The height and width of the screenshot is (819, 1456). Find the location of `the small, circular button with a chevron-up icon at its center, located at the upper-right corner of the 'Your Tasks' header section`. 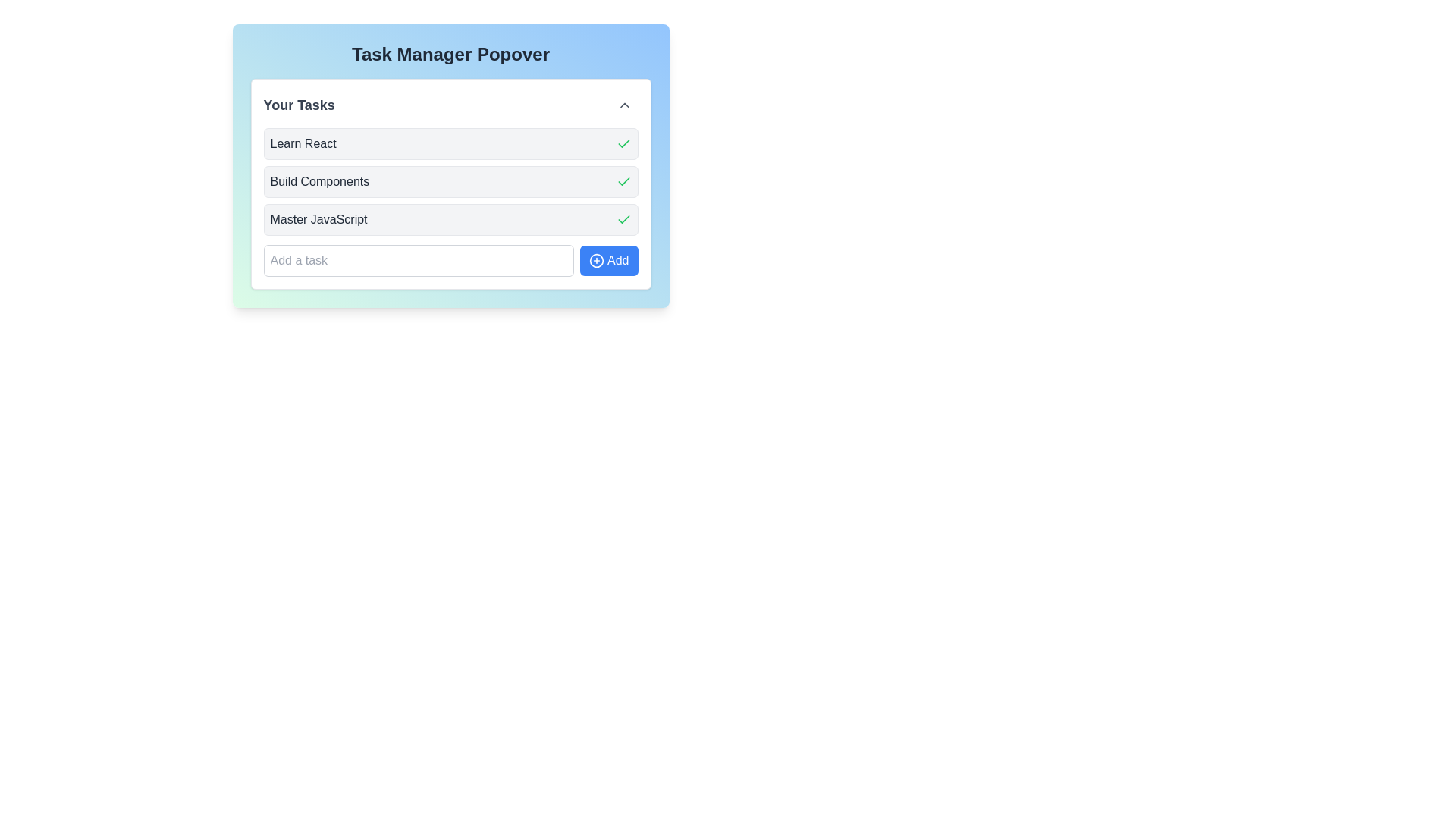

the small, circular button with a chevron-up icon at its center, located at the upper-right corner of the 'Your Tasks' header section is located at coordinates (624, 104).